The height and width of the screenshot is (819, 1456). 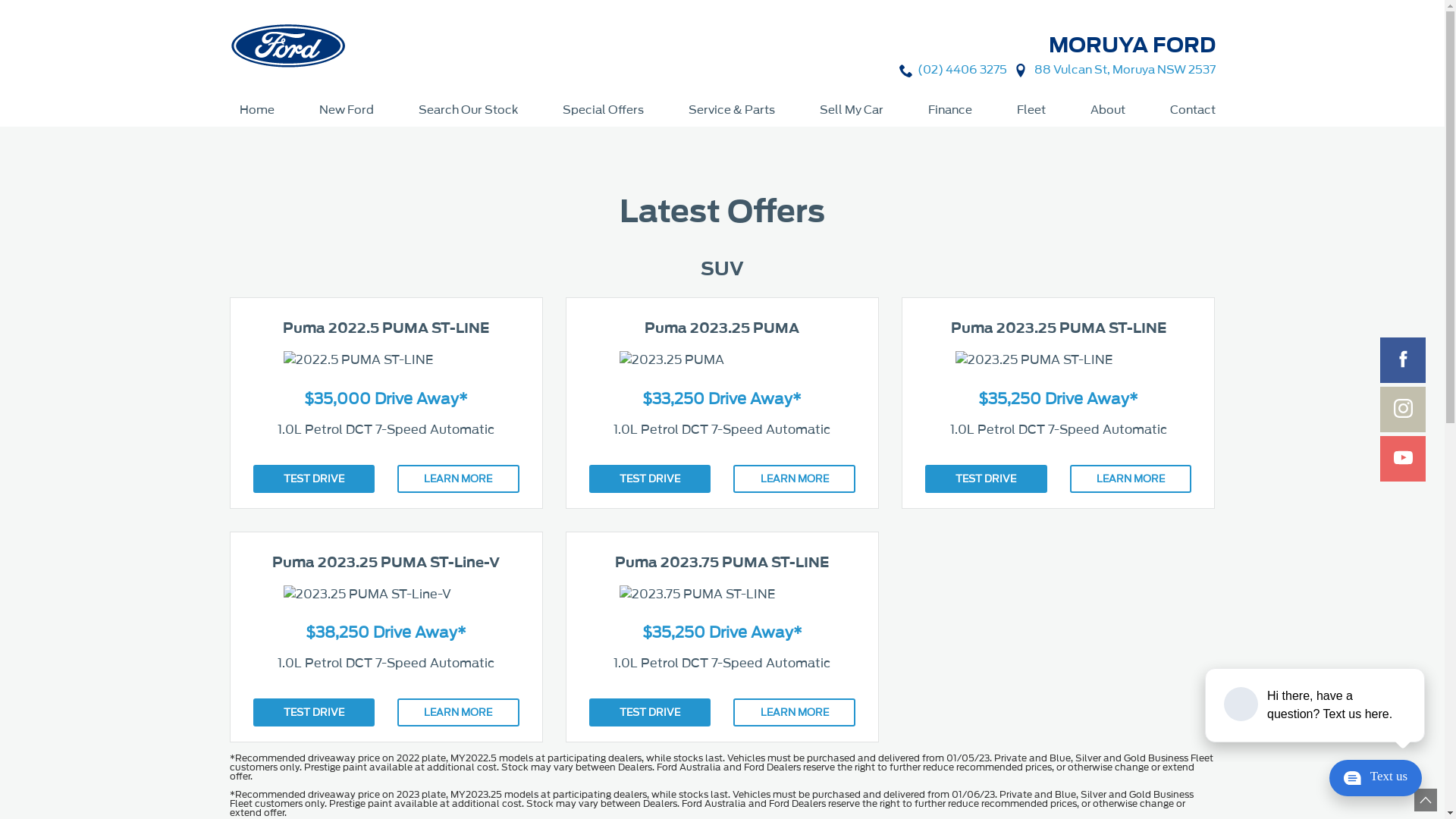 I want to click on 'podium webchat widget prompt', so click(x=1314, y=704).